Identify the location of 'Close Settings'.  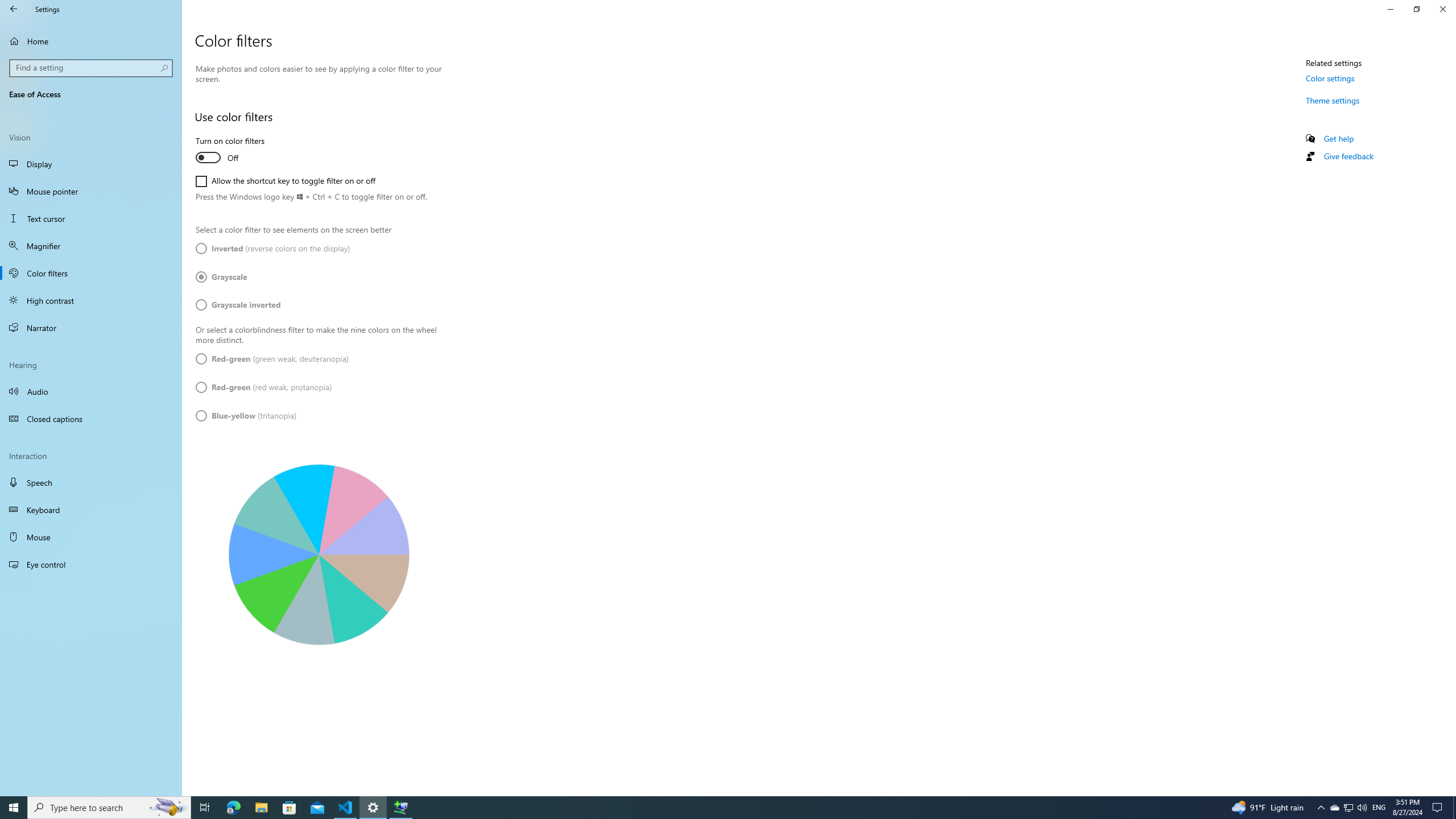
(1442, 9).